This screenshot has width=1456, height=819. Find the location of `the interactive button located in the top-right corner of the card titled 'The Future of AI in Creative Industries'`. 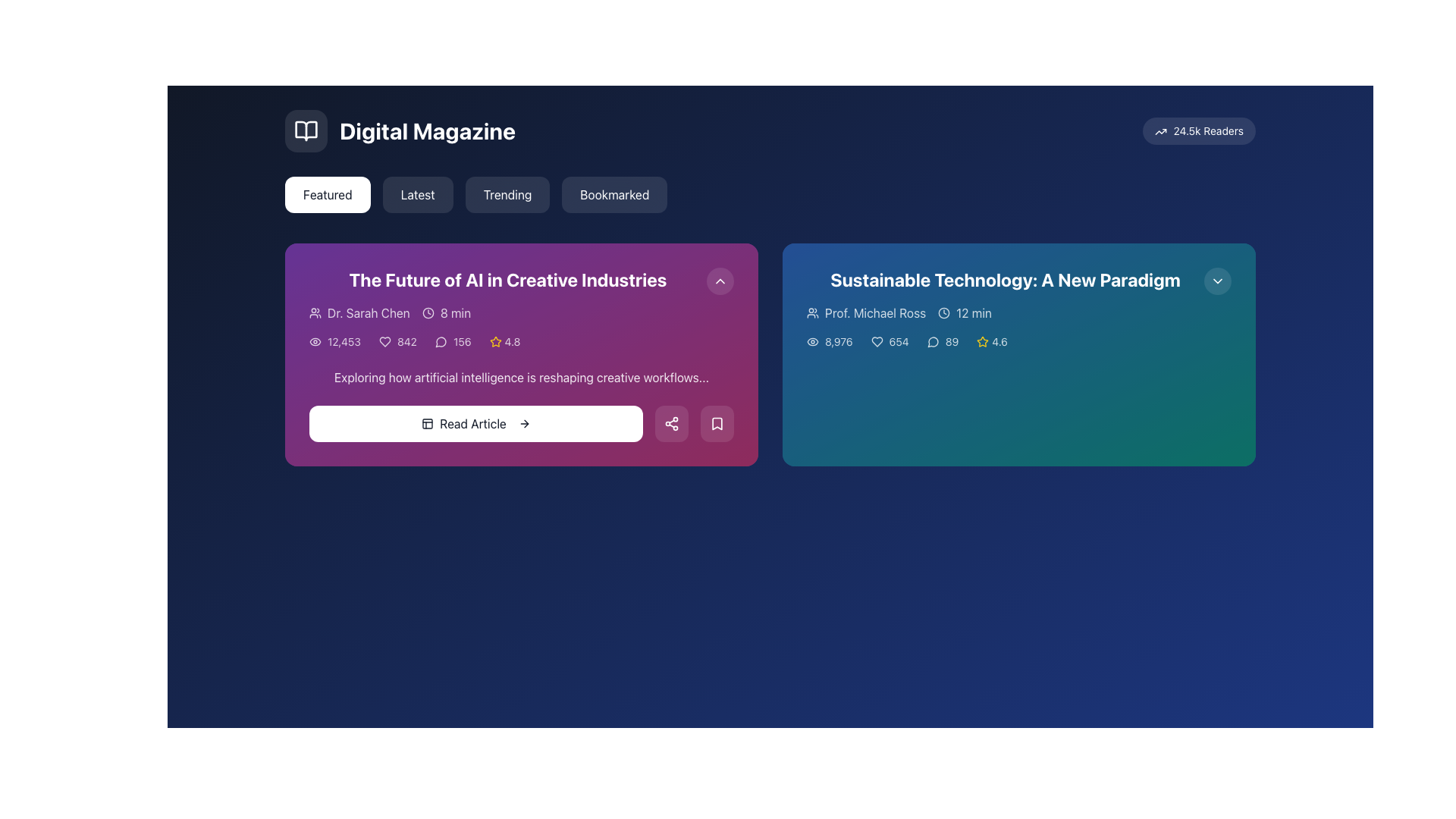

the interactive button located in the top-right corner of the card titled 'The Future of AI in Creative Industries' is located at coordinates (720, 281).